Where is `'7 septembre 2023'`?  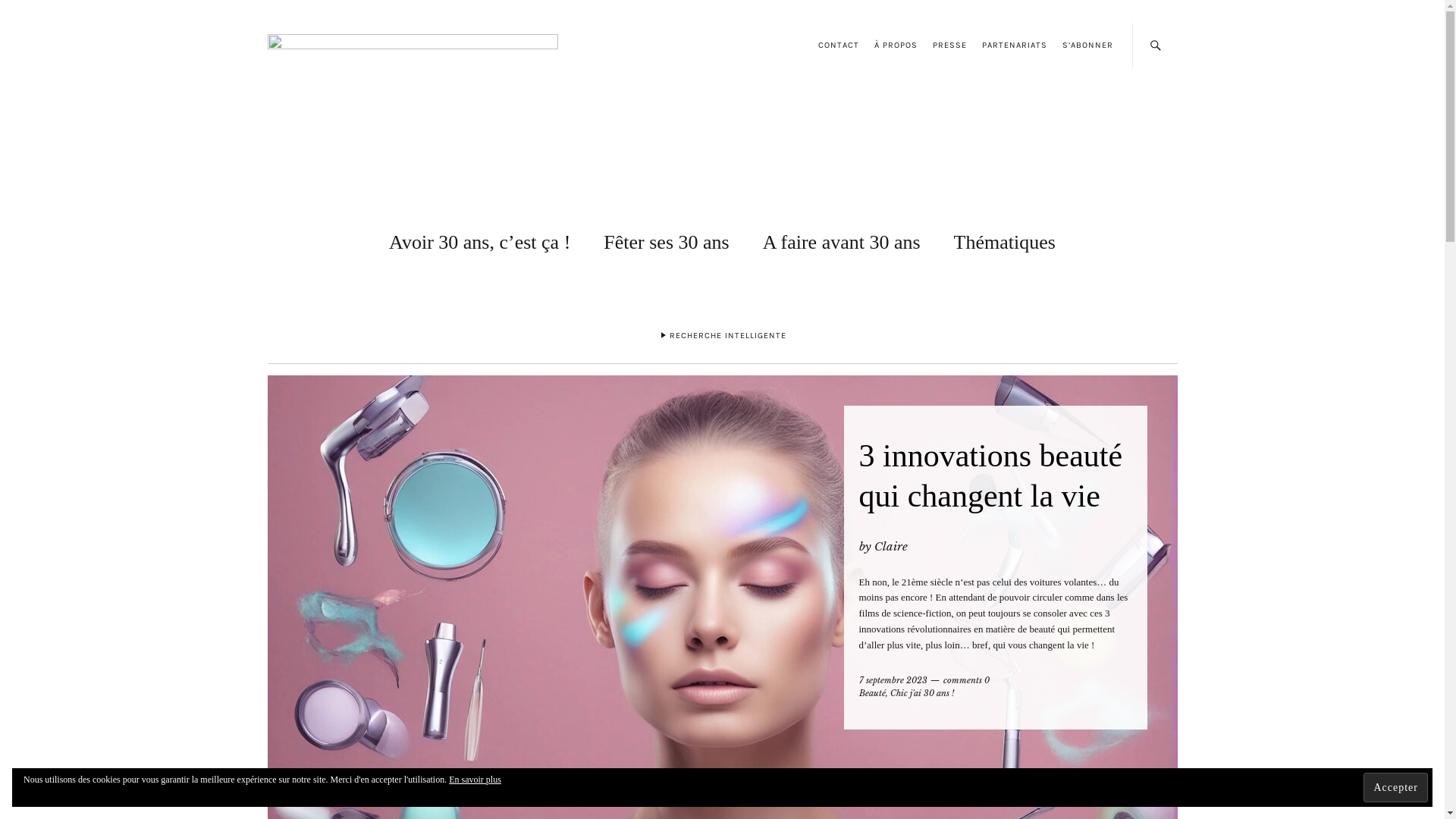 '7 septembre 2023' is located at coordinates (892, 679).